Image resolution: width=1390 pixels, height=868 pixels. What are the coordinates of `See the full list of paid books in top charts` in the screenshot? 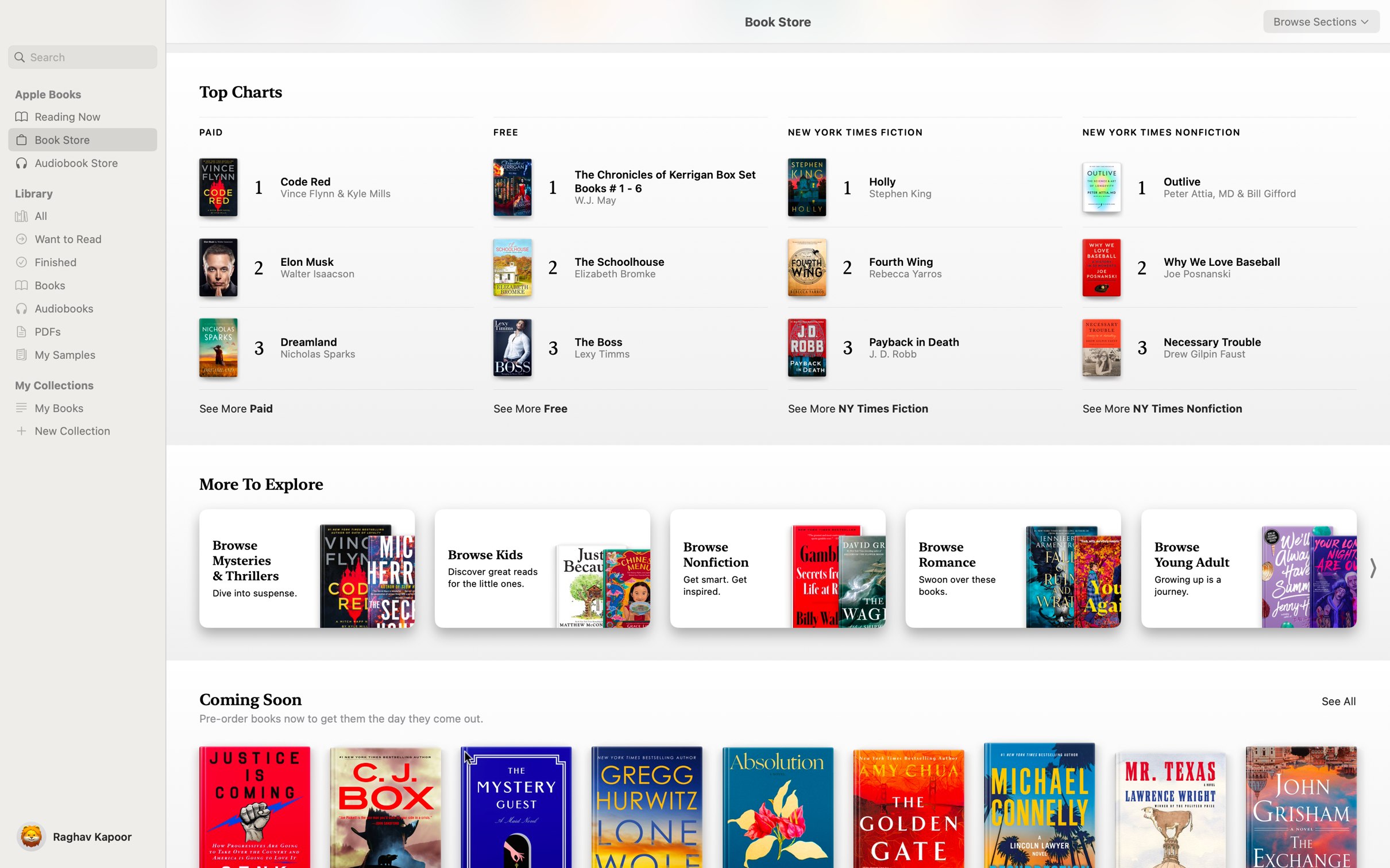 It's located at (237, 405).